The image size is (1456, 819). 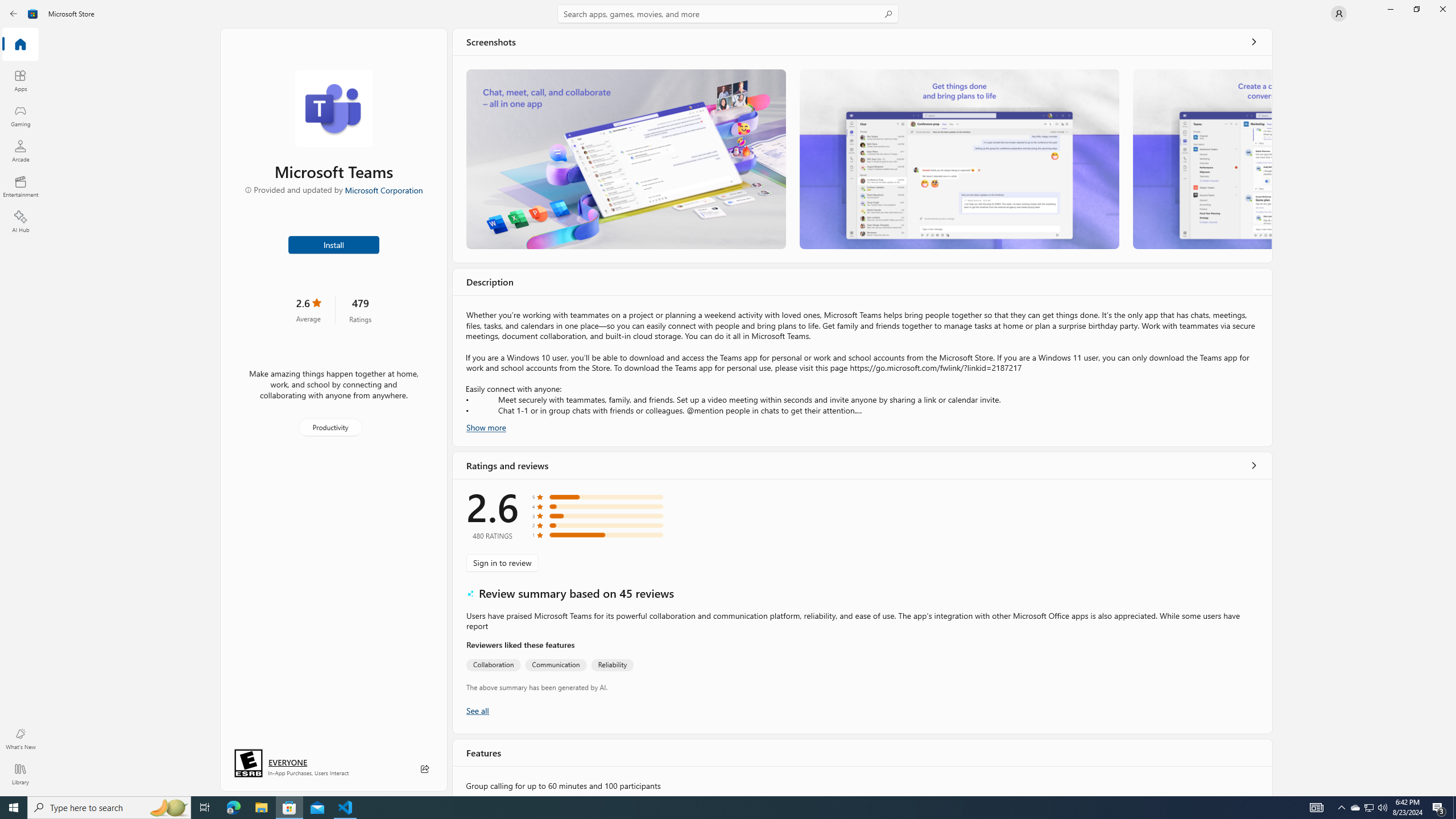 What do you see at coordinates (959, 159) in the screenshot?
I see `'Screenshot 2'` at bounding box center [959, 159].